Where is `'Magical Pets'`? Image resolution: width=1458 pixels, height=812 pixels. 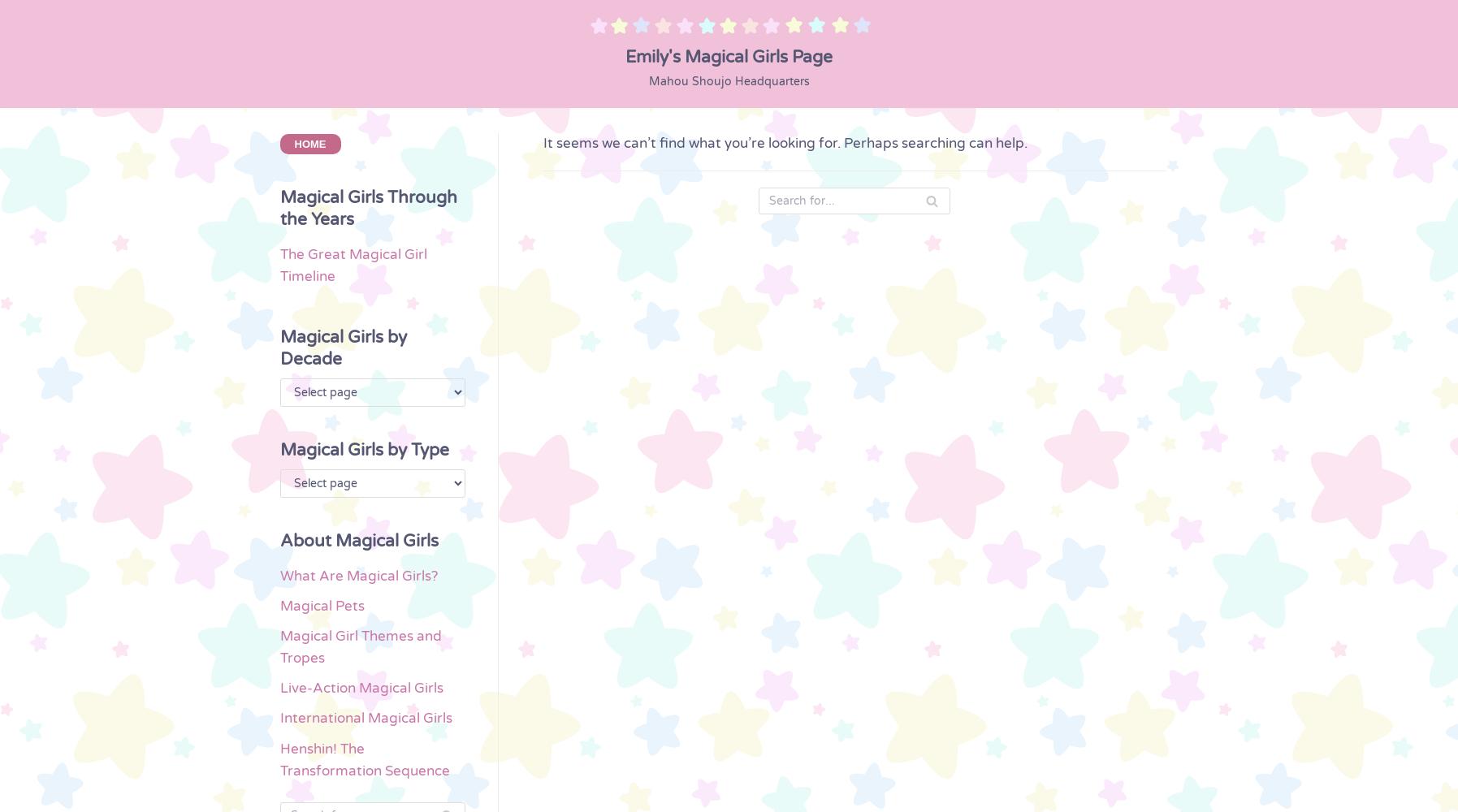
'Magical Pets' is located at coordinates (321, 604).